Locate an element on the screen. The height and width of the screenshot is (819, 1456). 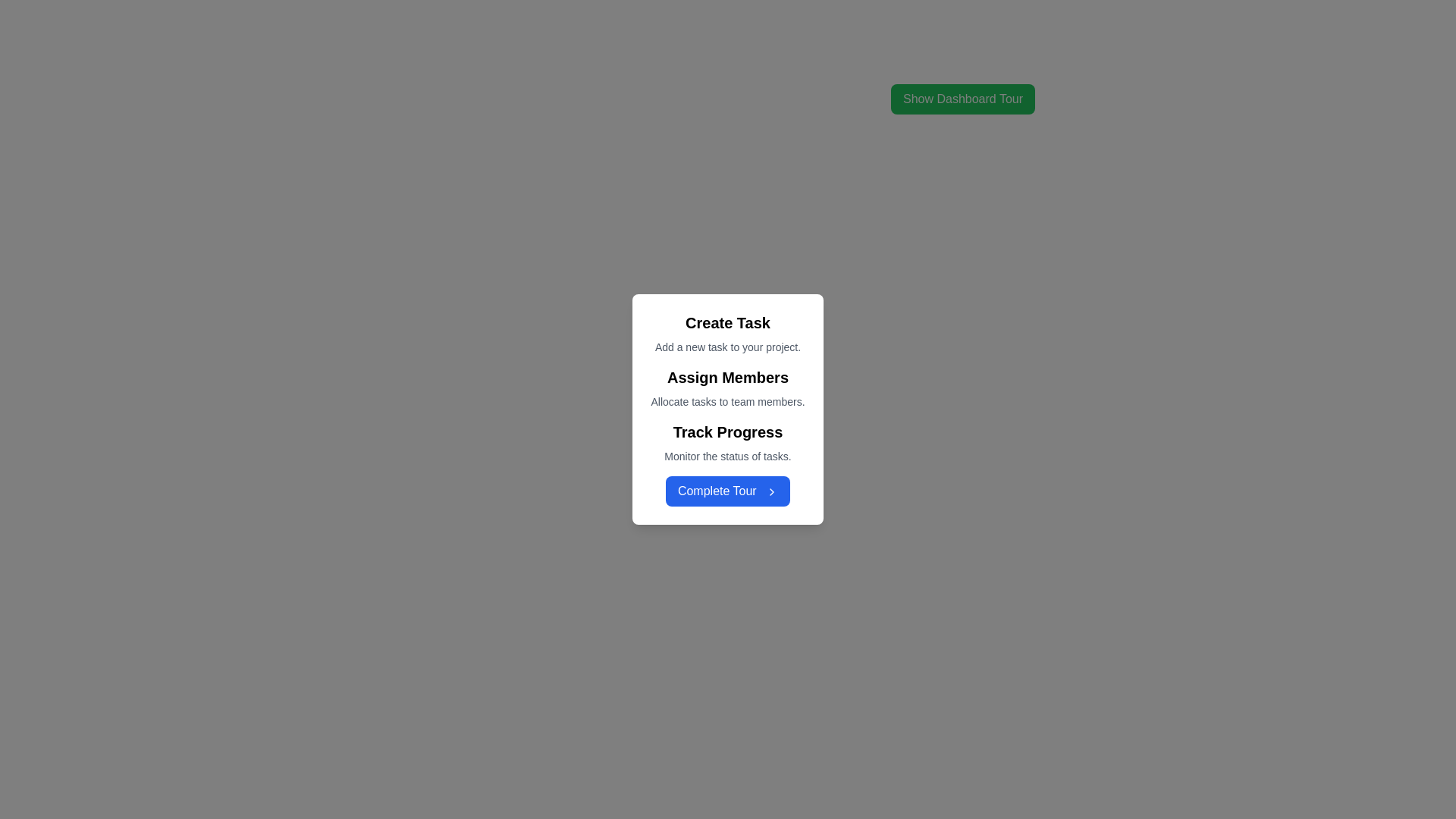
the green rectangular button labeled 'Show Dashboard Tour' is located at coordinates (962, 93).